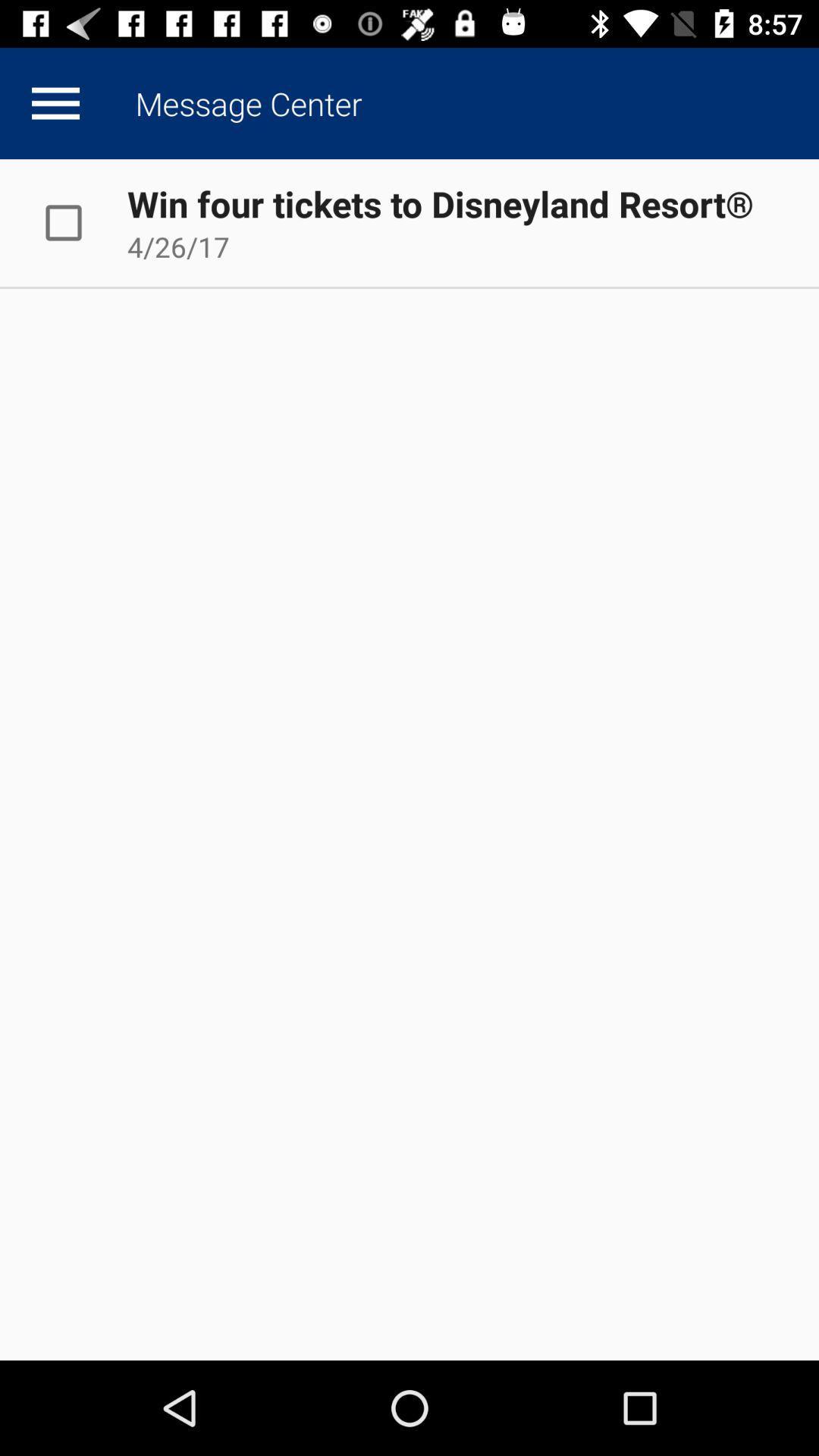  I want to click on the 4/26/17 icon, so click(177, 246).